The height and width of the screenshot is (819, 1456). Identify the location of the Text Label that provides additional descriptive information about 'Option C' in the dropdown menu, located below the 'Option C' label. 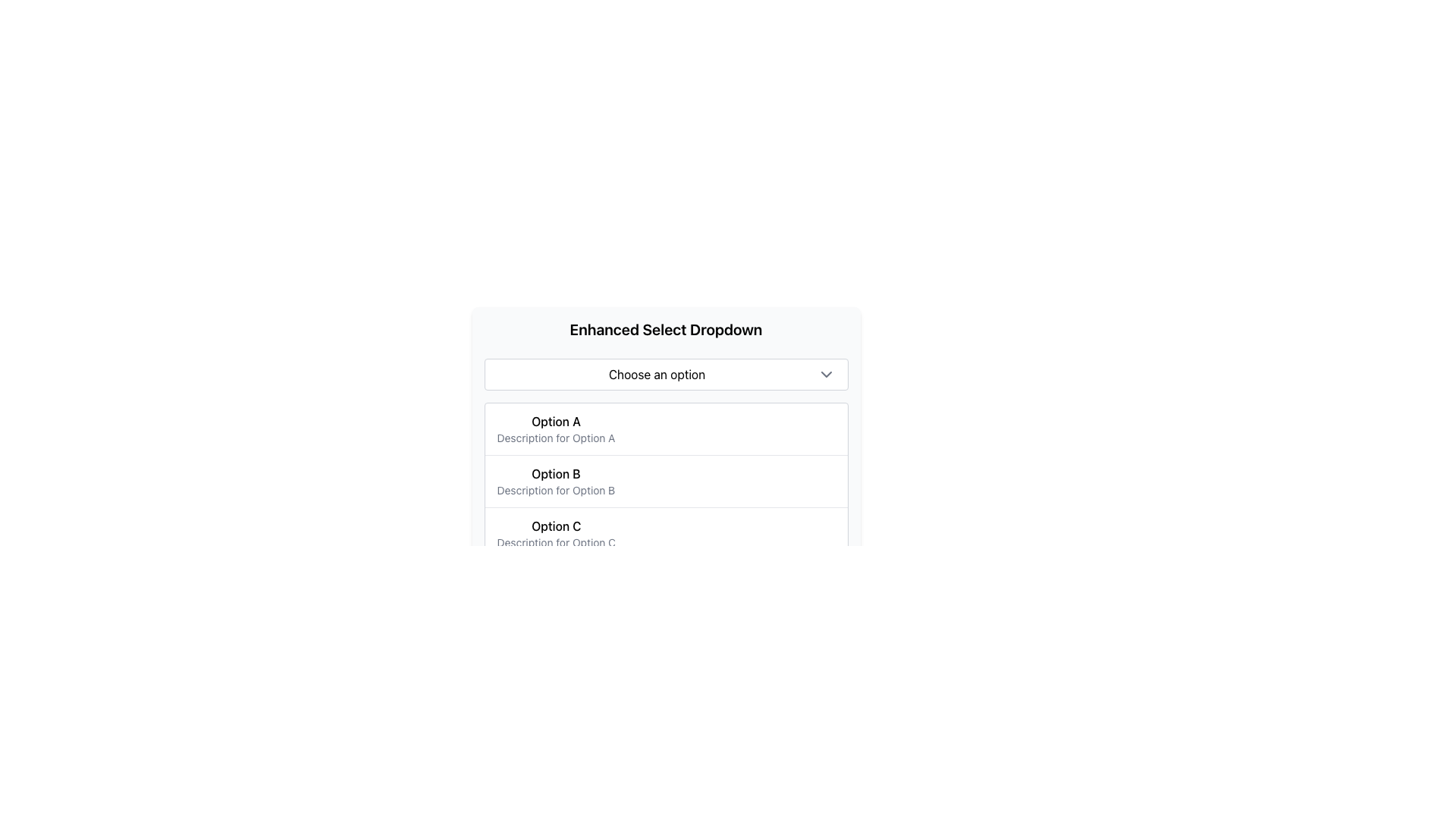
(555, 542).